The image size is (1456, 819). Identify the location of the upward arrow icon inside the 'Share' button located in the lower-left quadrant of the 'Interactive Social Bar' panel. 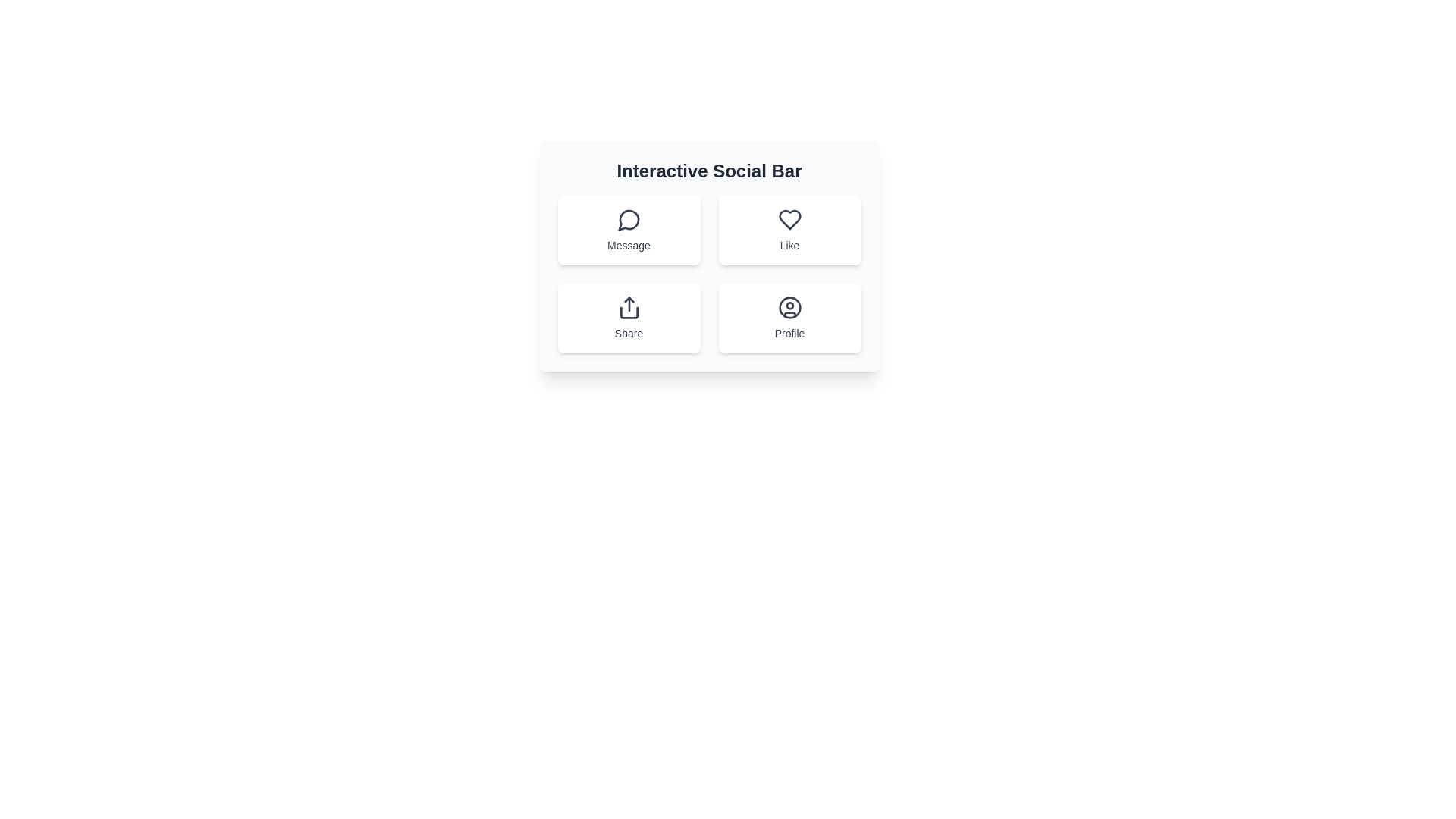
(629, 307).